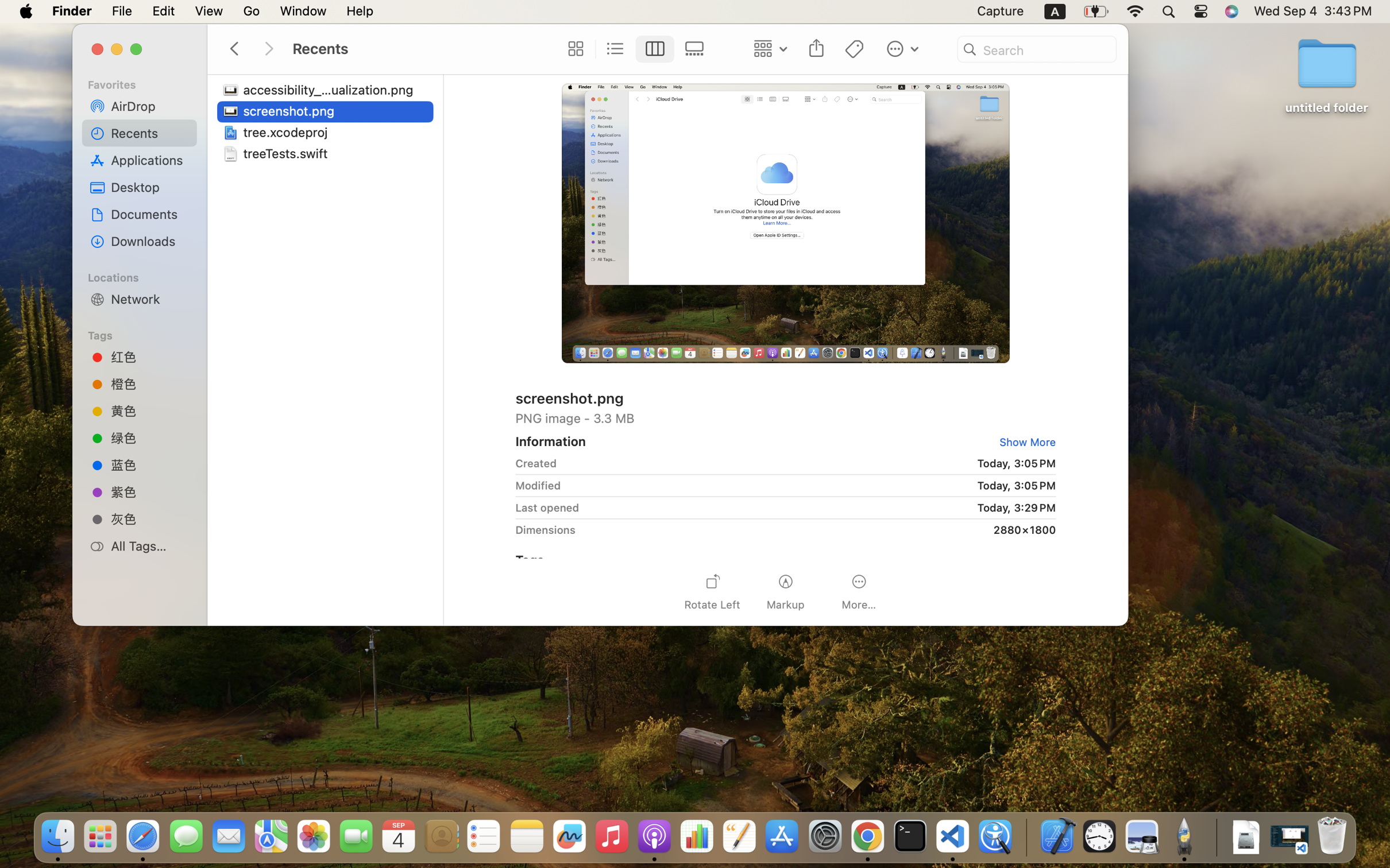 This screenshot has height=868, width=1390. I want to click on '紫色', so click(149, 491).